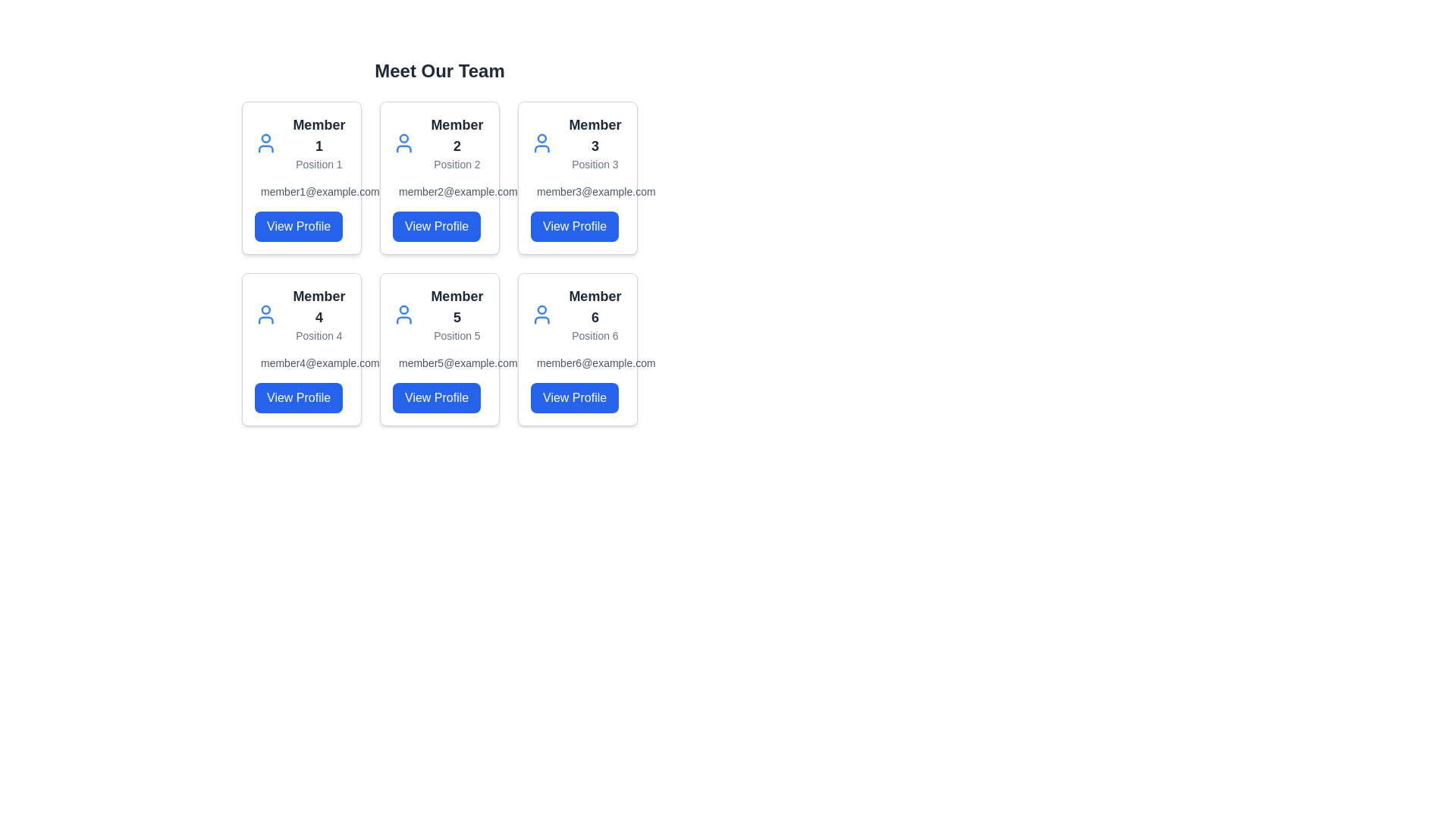 The height and width of the screenshot is (819, 1456). Describe the element at coordinates (456, 307) in the screenshot. I see `the text label displaying 'Member 5', which is located in the bottom row, middle column of the grid layout and is styled in large bold dark gray font` at that location.